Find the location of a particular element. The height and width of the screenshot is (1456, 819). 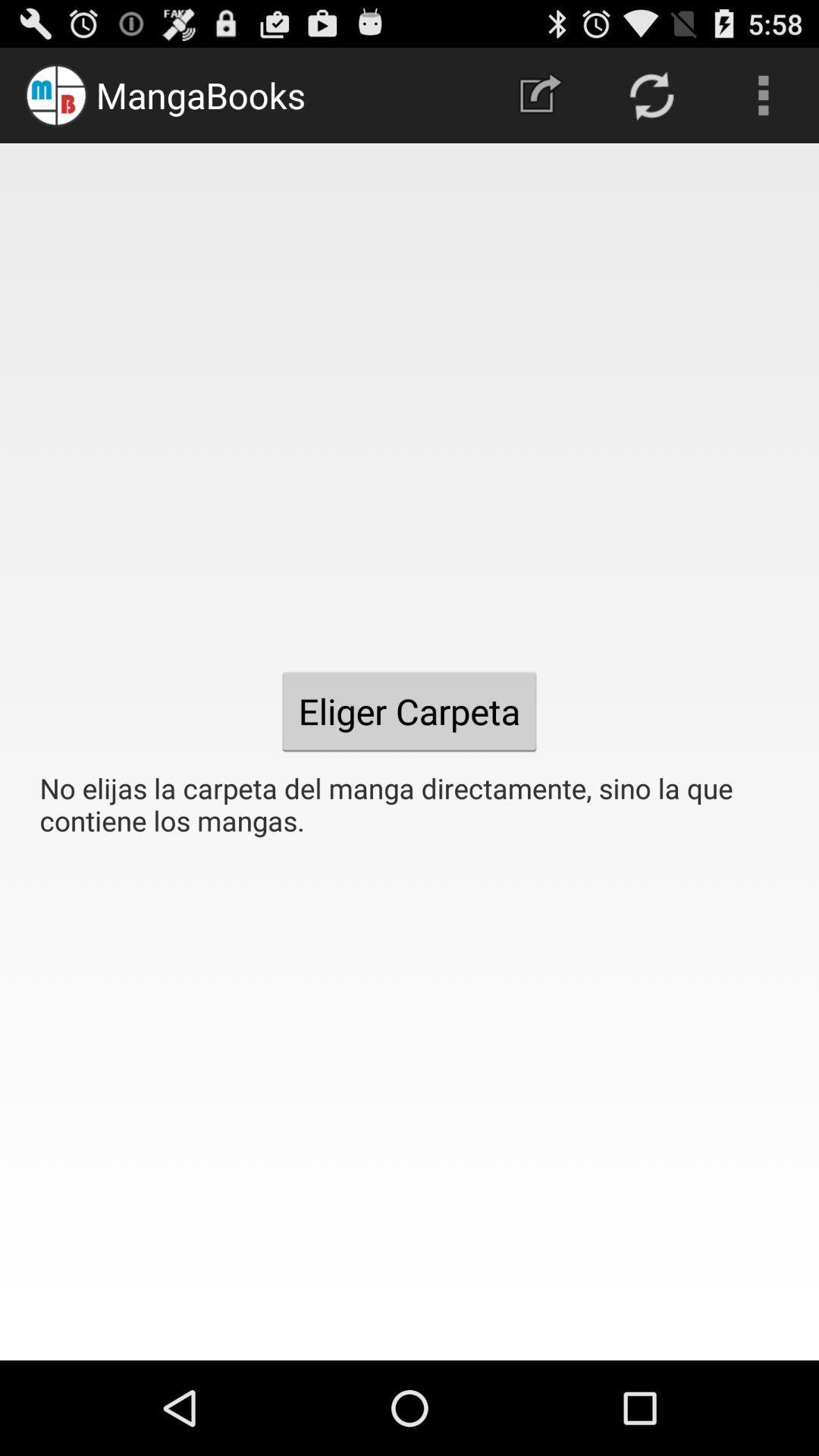

the icon above eliger carpeta button is located at coordinates (539, 94).